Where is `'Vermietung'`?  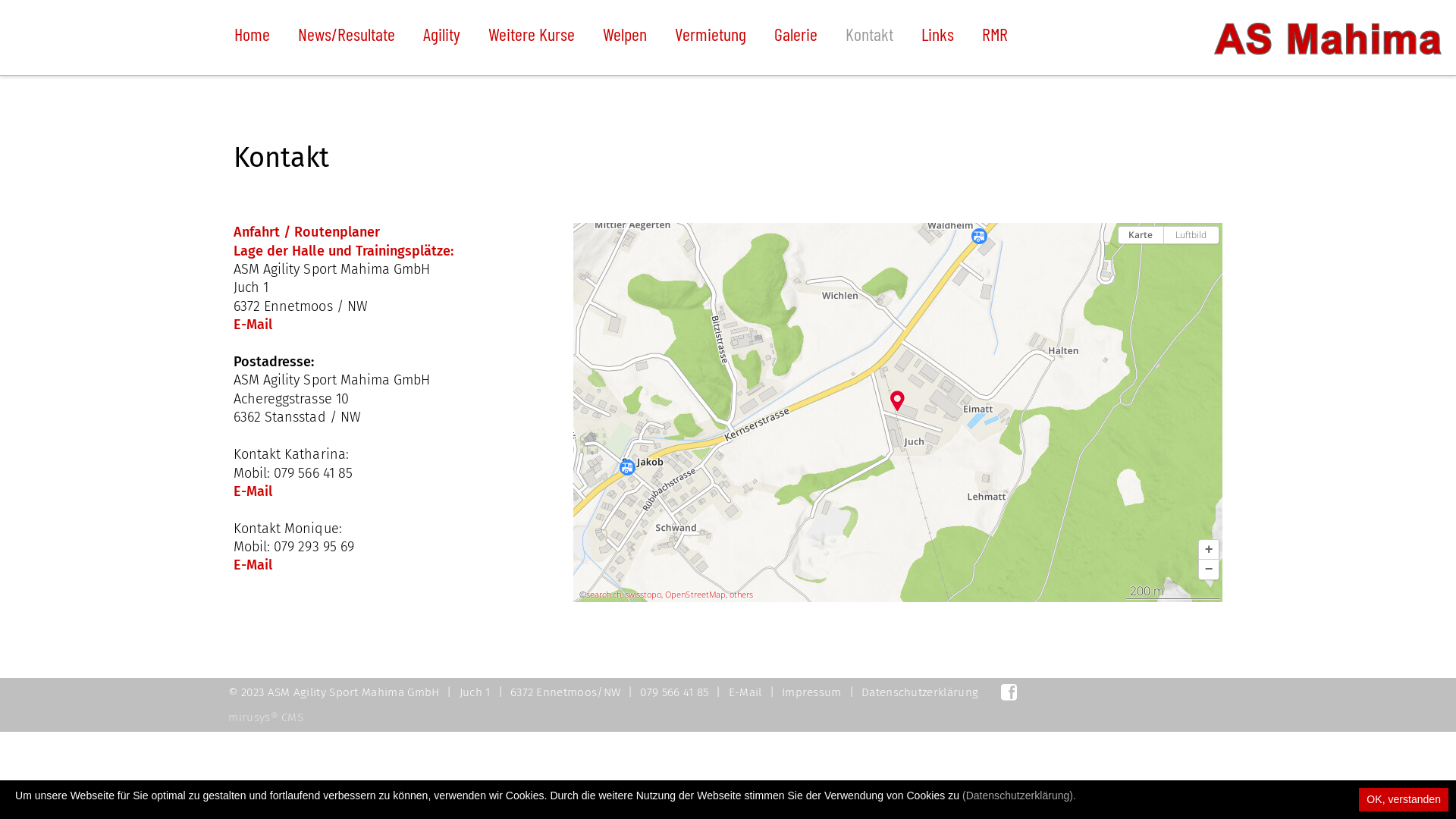 'Vermietung' is located at coordinates (709, 37).